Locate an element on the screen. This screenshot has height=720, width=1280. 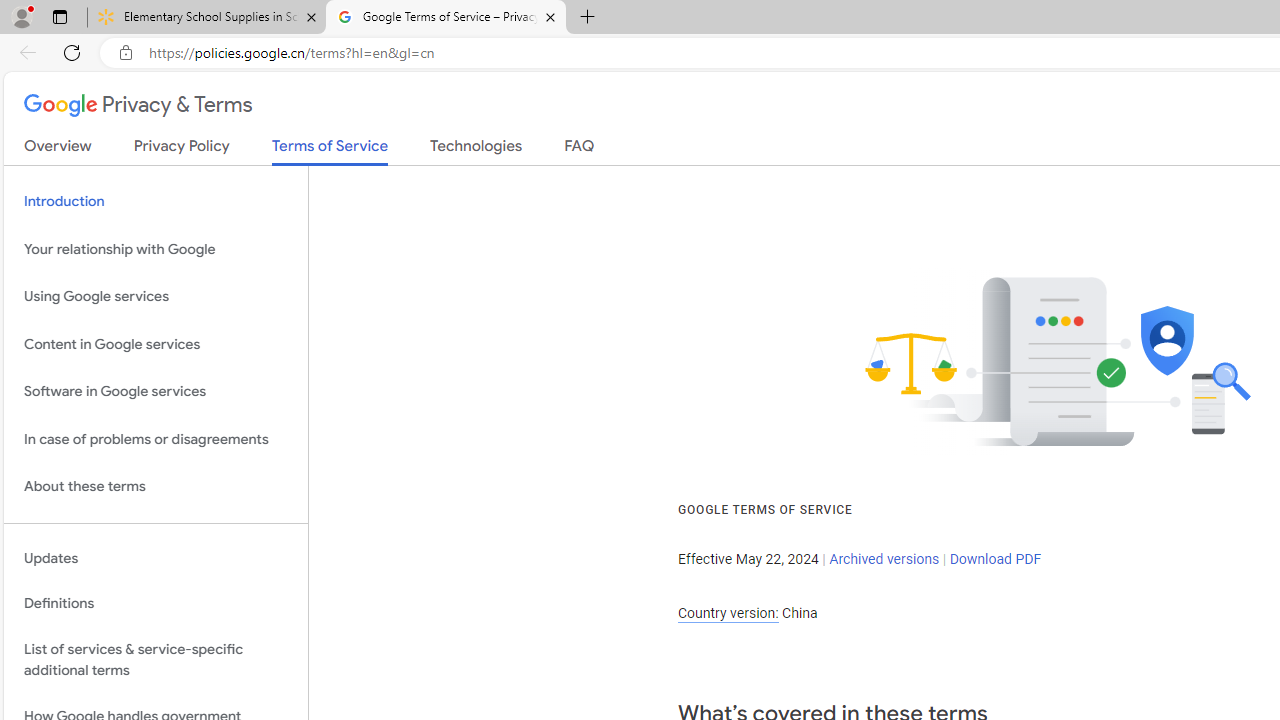
'List of services & service-specific additional terms' is located at coordinates (155, 660).